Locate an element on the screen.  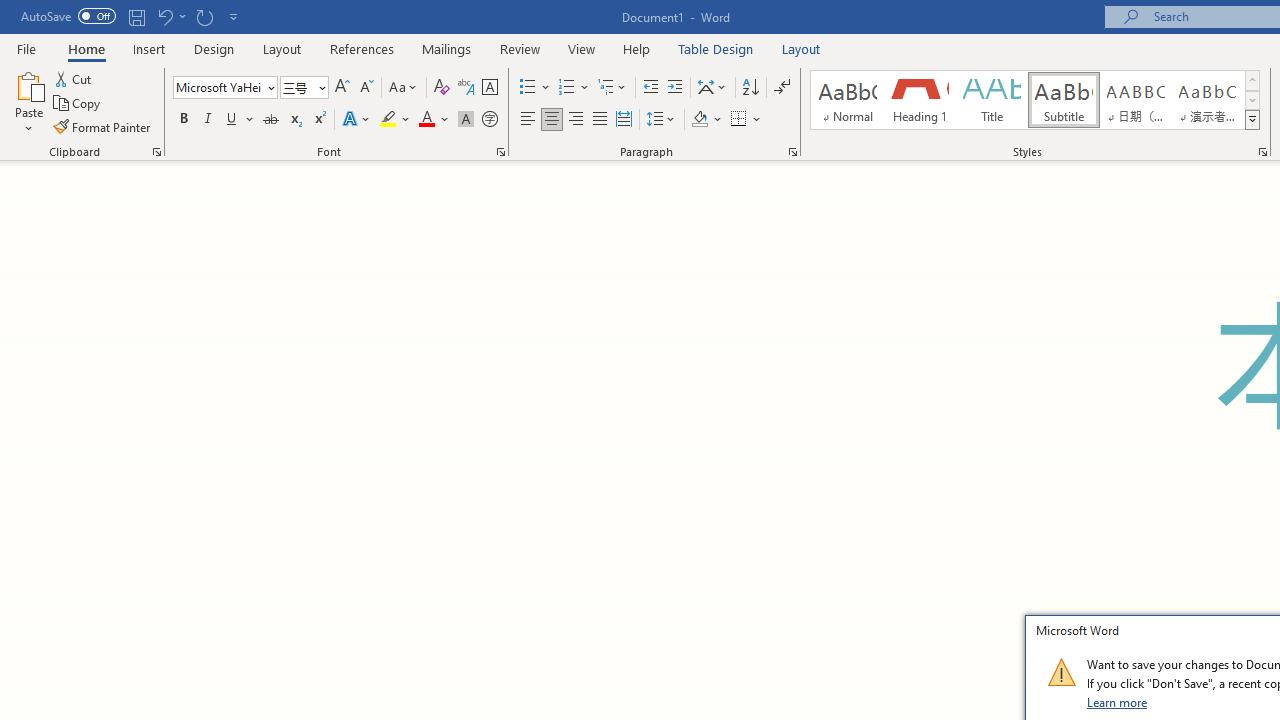
'Row Down' is located at coordinates (1251, 100).